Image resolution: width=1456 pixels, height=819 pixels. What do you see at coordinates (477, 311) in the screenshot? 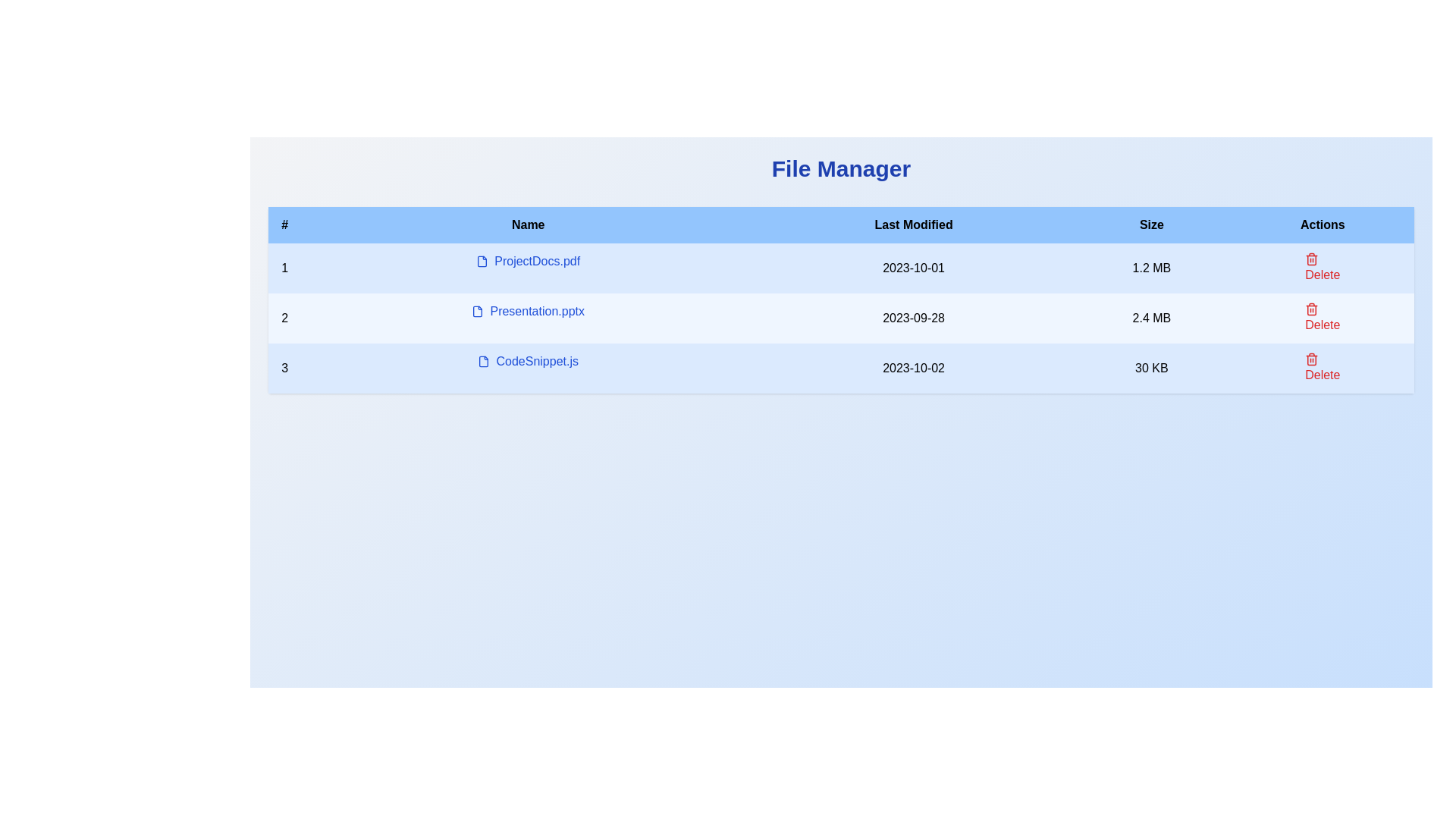
I see `the document icon with a blue outline` at bounding box center [477, 311].